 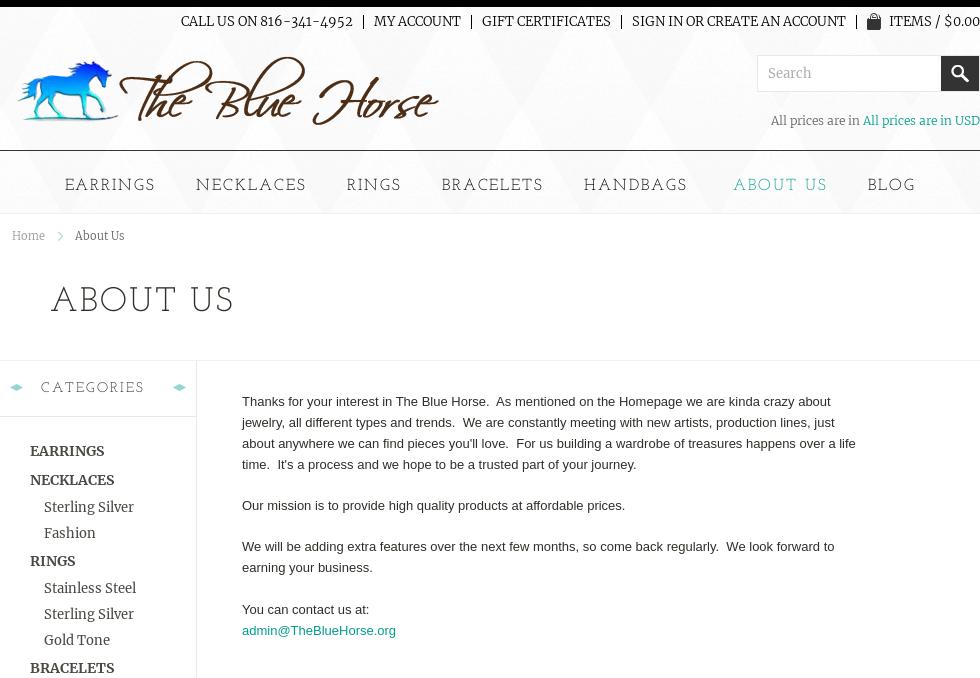 What do you see at coordinates (891, 185) in the screenshot?
I see `'Blog'` at bounding box center [891, 185].